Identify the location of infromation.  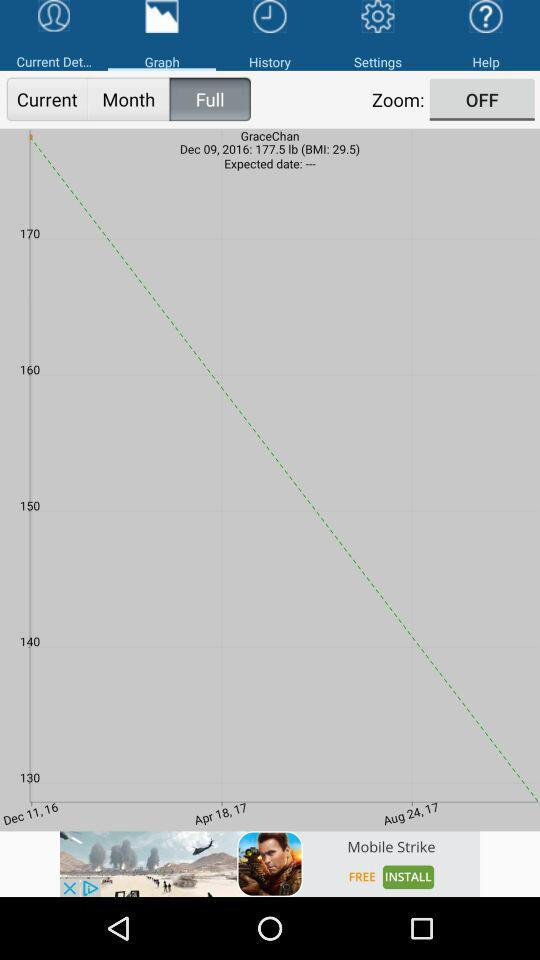
(270, 863).